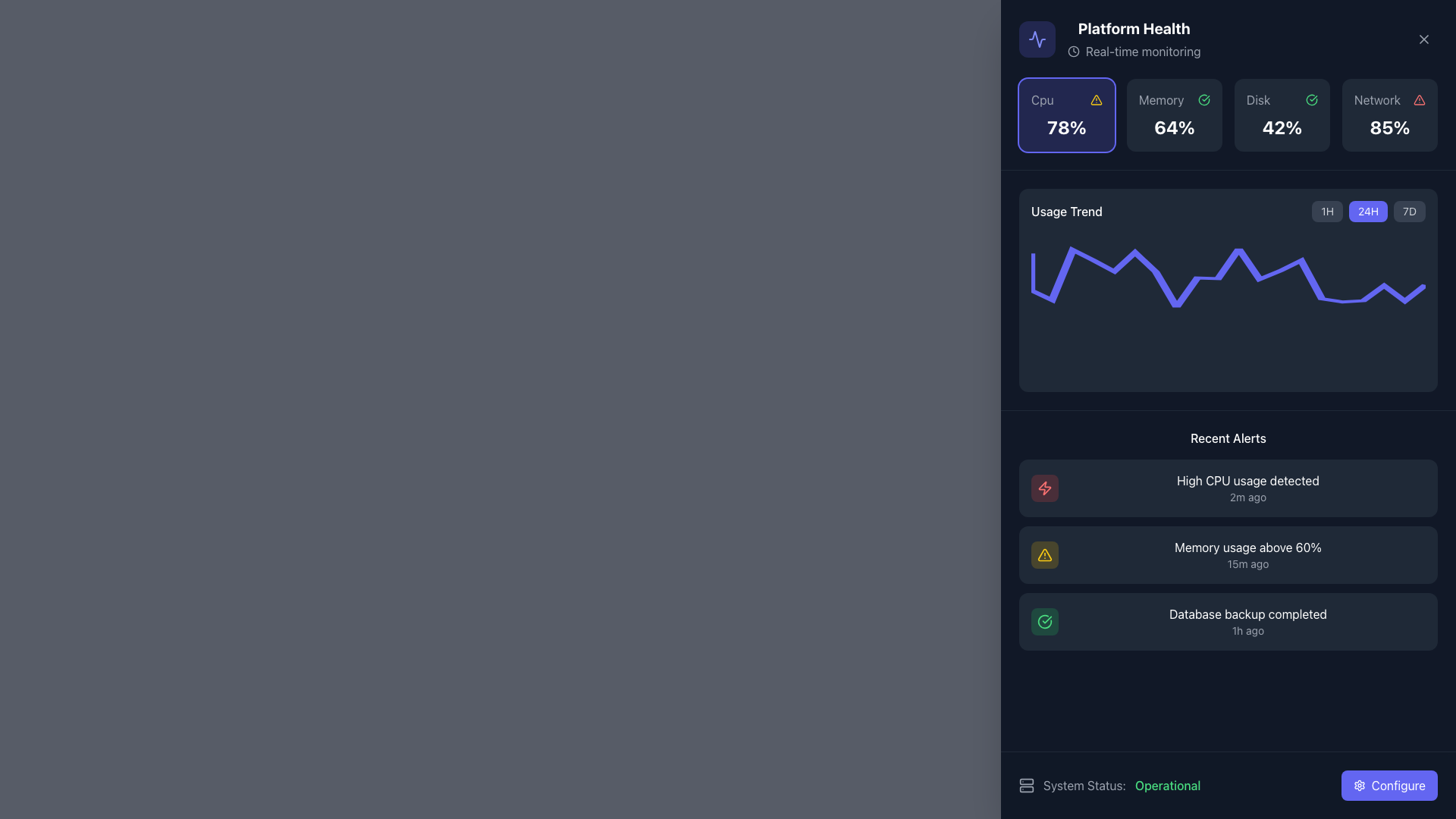  Describe the element at coordinates (1369, 211) in the screenshot. I see `the '24H' button, which is the middle option in a group of three buttons labeled '1H', '24H', and '7D', located to the right of the 'Usage Trend' heading` at that location.